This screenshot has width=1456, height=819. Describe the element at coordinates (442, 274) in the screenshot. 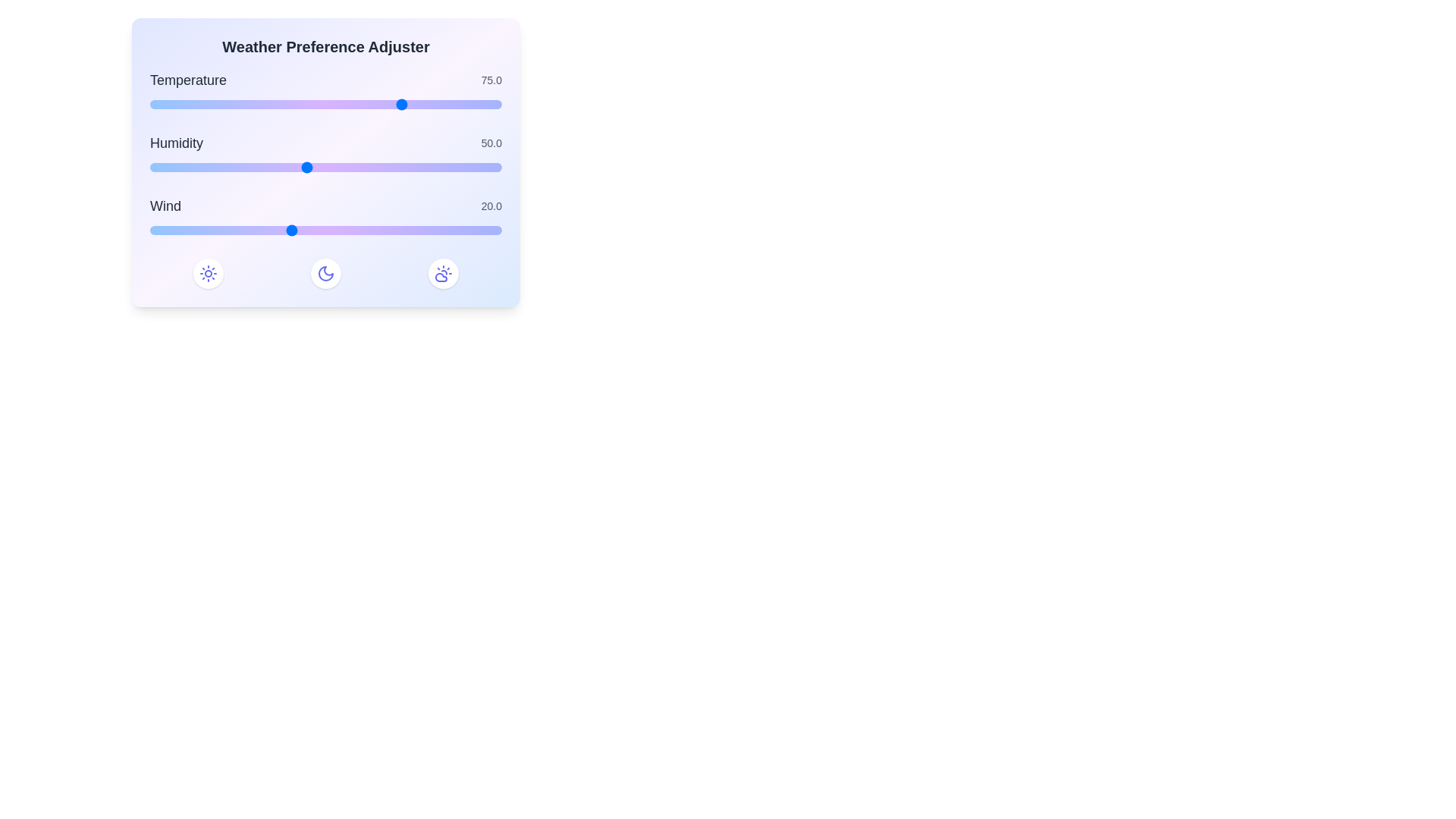

I see `the cloud and sun icon button, which is a small circular indigo icon located at the bottom-left corner of the 'Weather Preference Adjuster' card` at that location.